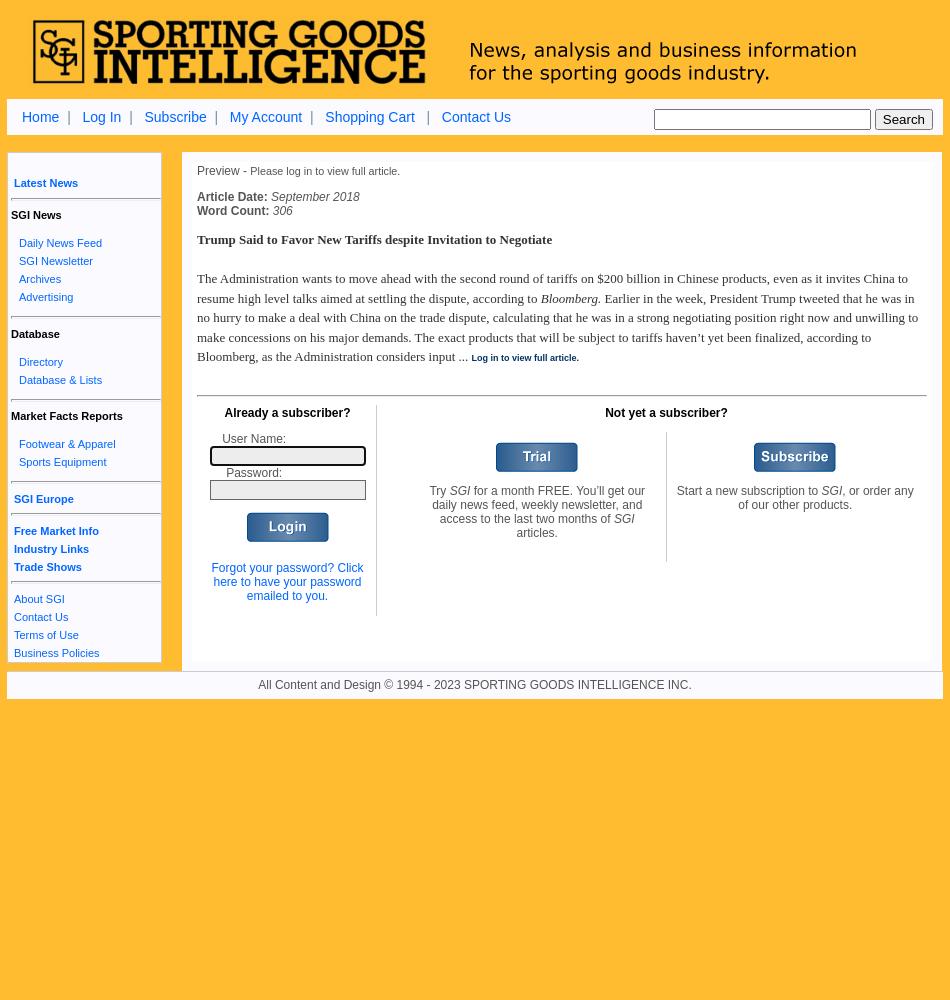 Image resolution: width=950 pixels, height=1000 pixels. What do you see at coordinates (285, 413) in the screenshot?
I see `'Already a subscriber?'` at bounding box center [285, 413].